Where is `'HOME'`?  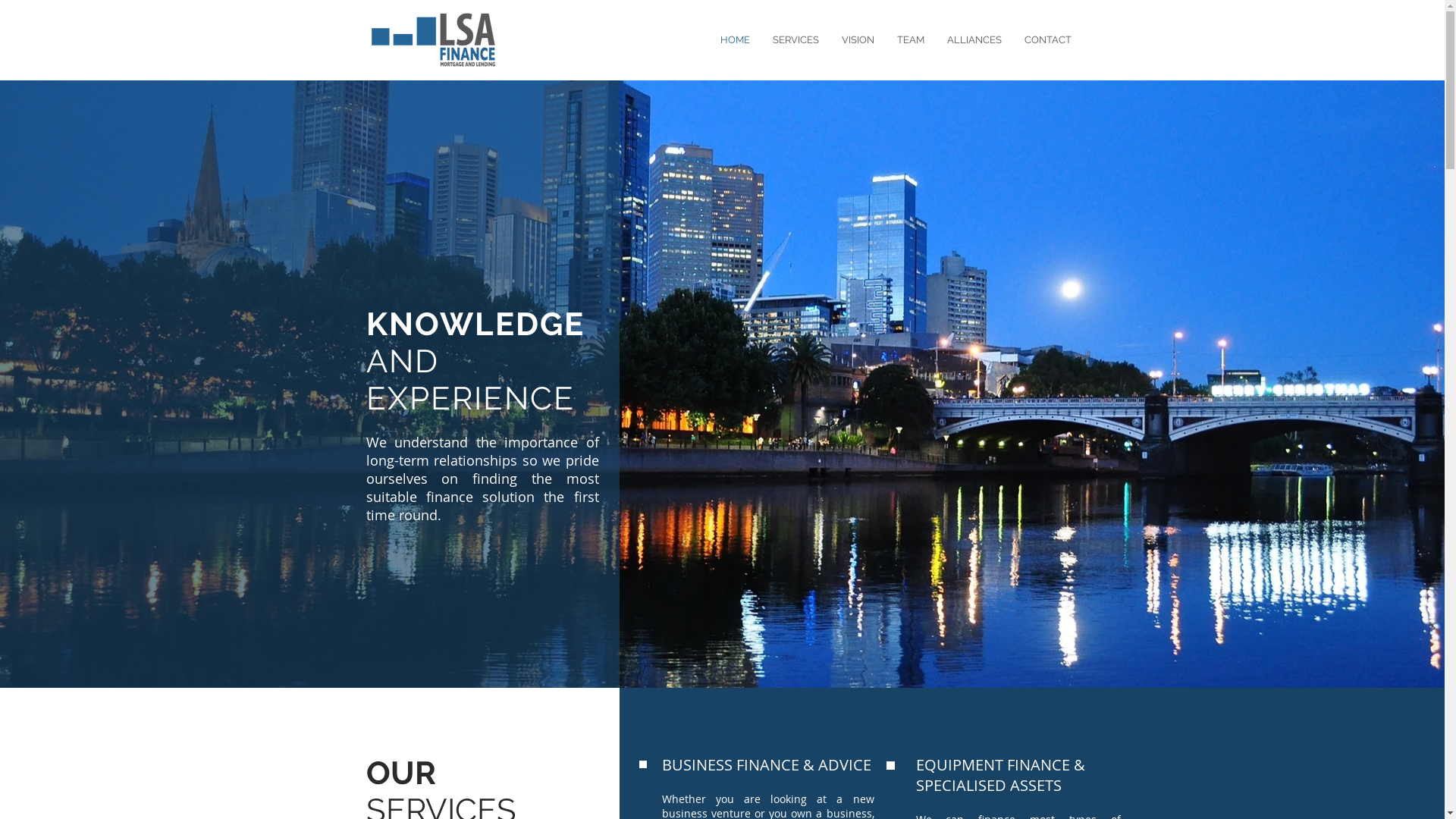 'HOME' is located at coordinates (708, 39).